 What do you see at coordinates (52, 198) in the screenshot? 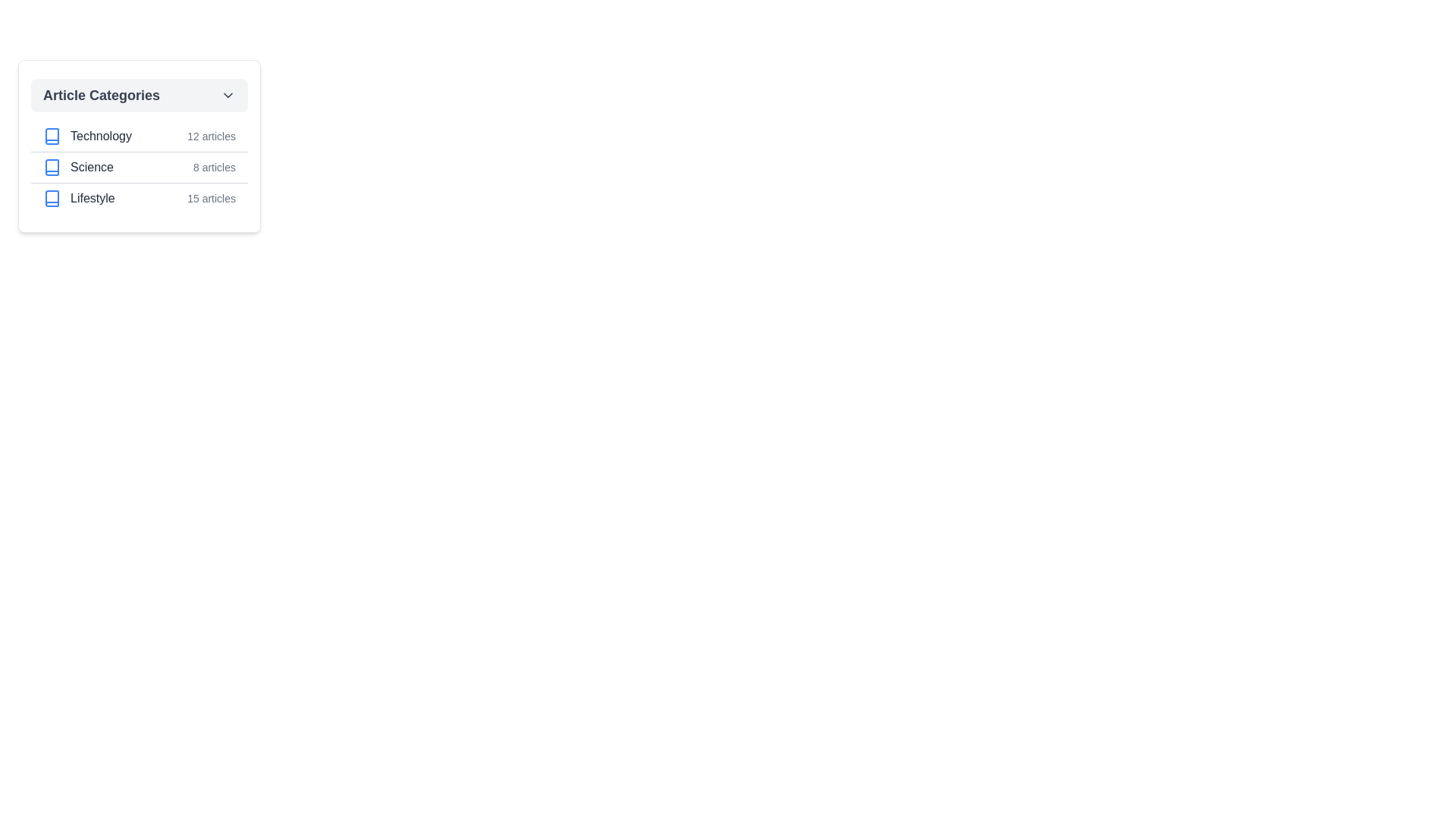
I see `the 'Lifestyle' category icon located within the third list item labeled 'Lifestyle 15 articles'` at bounding box center [52, 198].